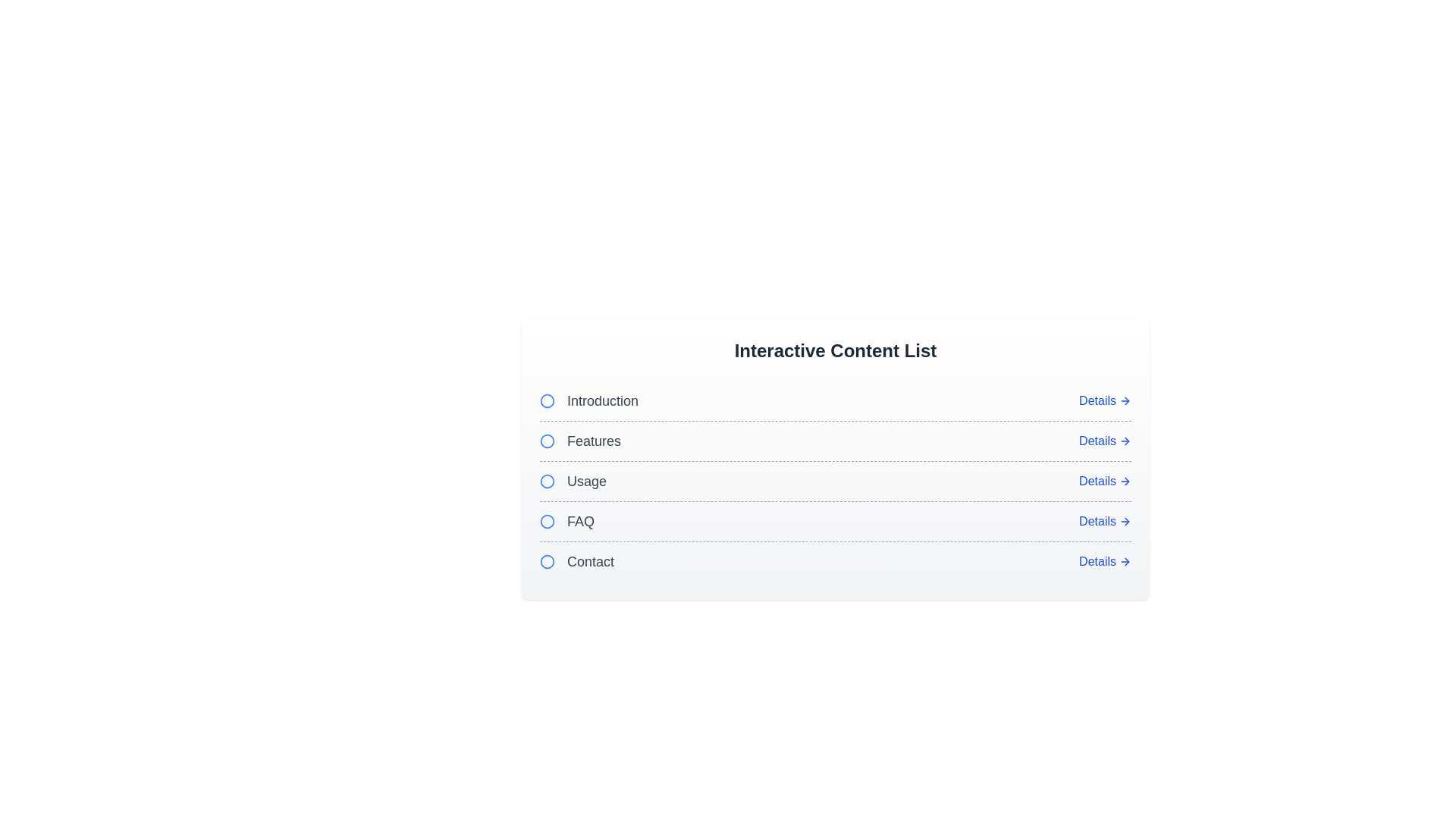 This screenshot has height=819, width=1456. Describe the element at coordinates (573, 482) in the screenshot. I see `the 'Usage' label with icon that identifies a section in the interactive list, located in the third row between 'Features' and 'FAQ'` at that location.